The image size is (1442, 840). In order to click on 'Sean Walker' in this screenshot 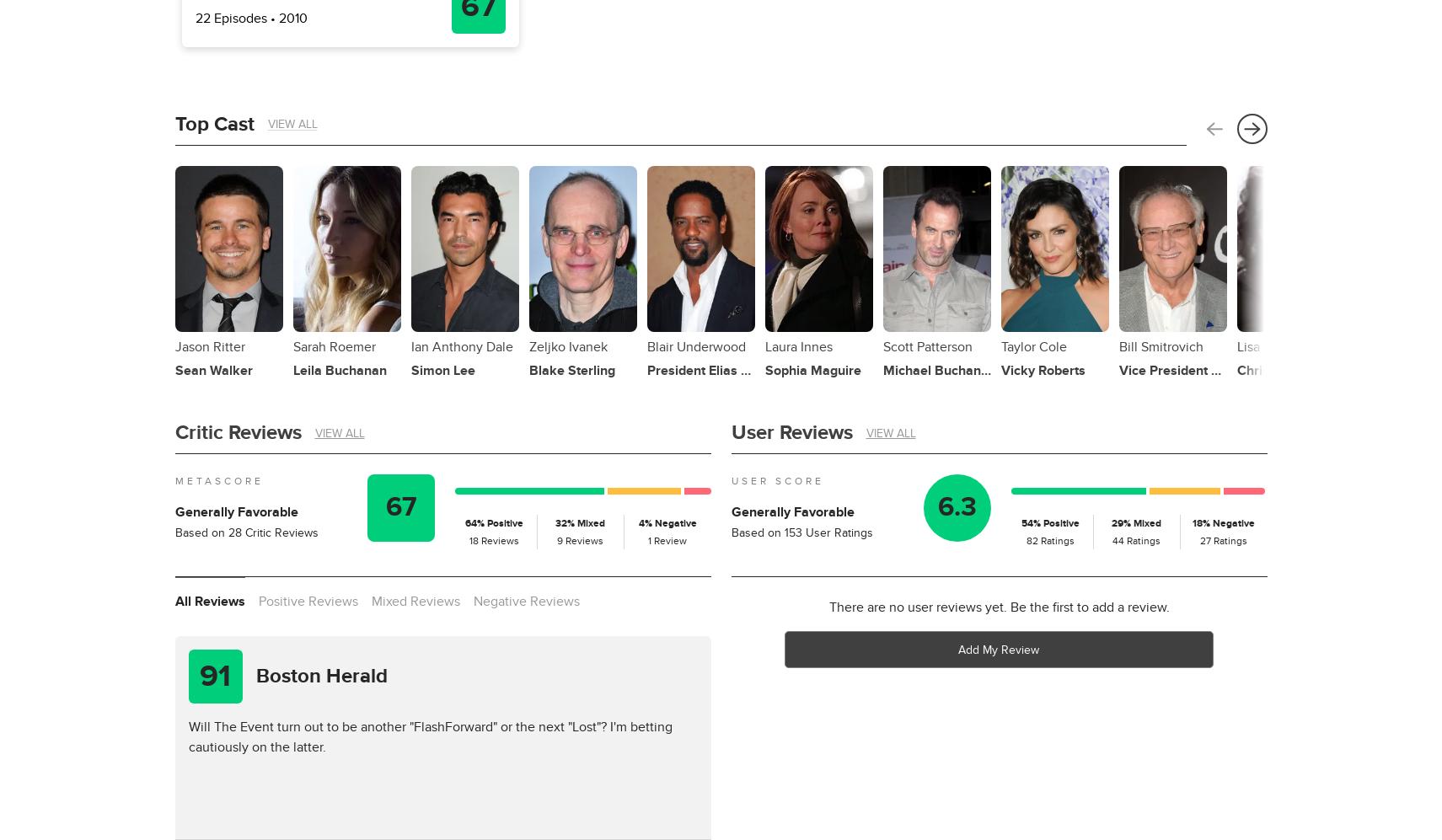, I will do `click(212, 369)`.